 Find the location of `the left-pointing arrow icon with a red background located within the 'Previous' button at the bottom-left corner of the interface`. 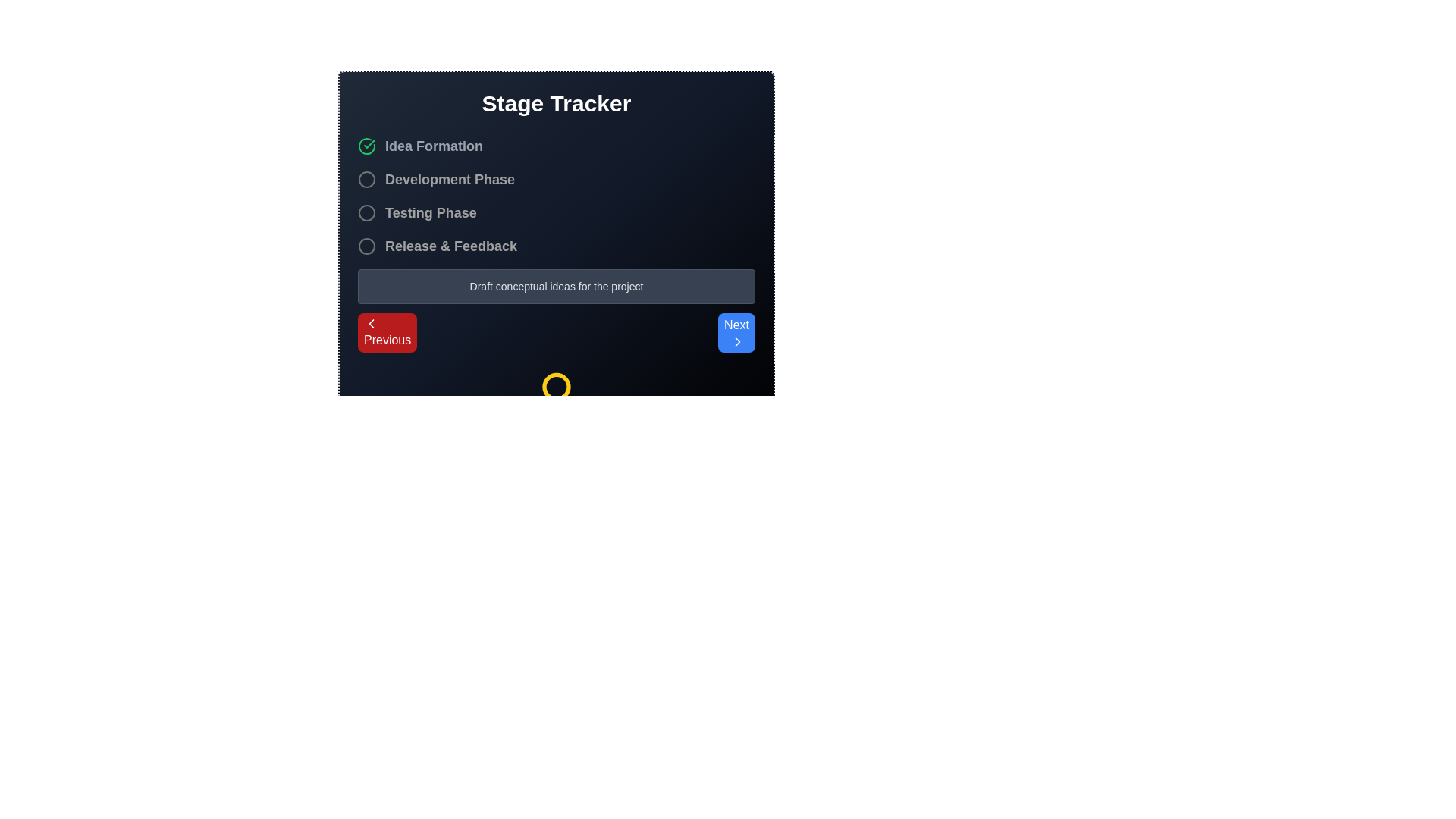

the left-pointing arrow icon with a red background located within the 'Previous' button at the bottom-left corner of the interface is located at coordinates (371, 323).